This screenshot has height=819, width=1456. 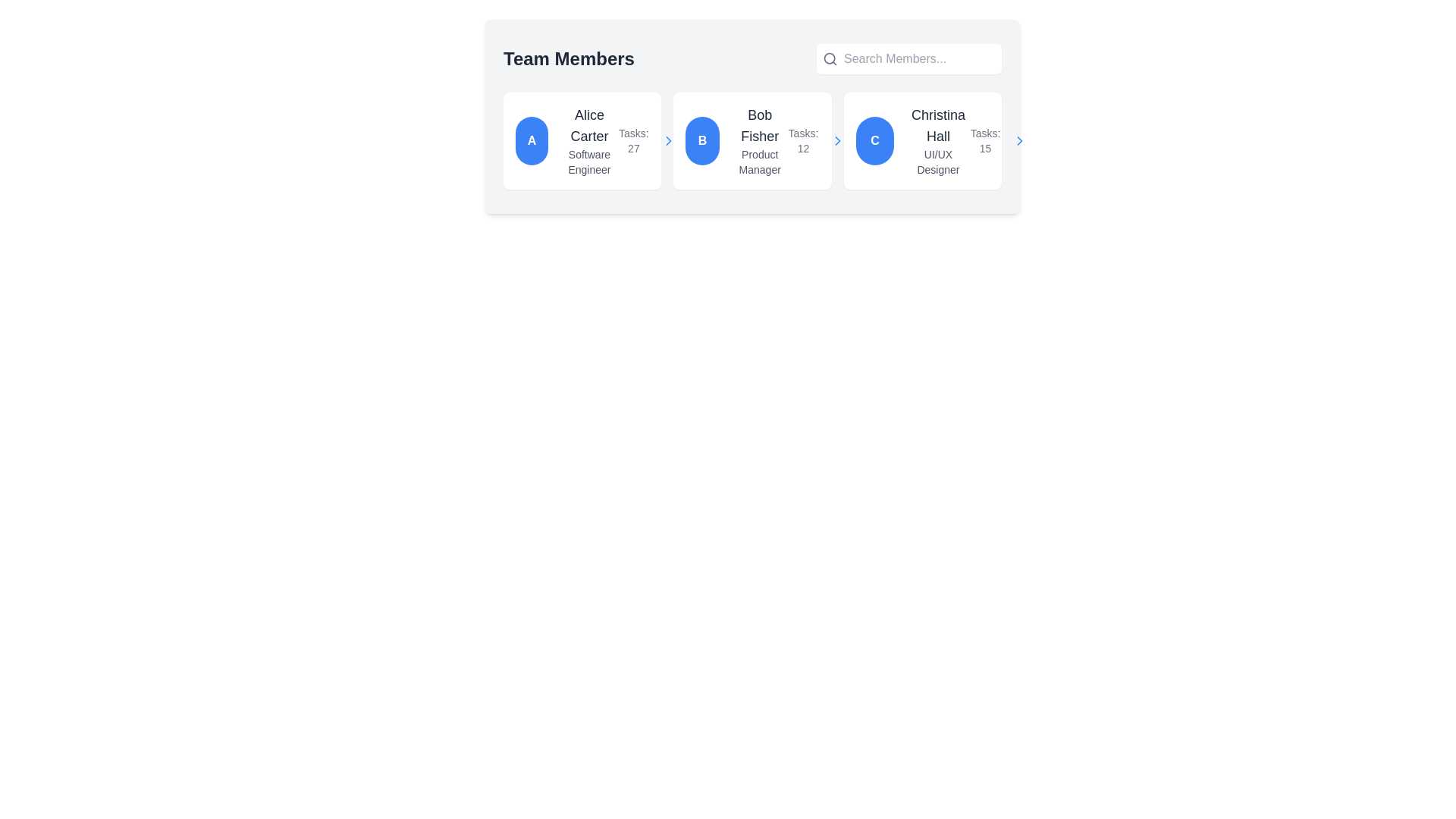 I want to click on text from the bold 'Team Members' label located at the top-left side of the header section, so click(x=568, y=58).